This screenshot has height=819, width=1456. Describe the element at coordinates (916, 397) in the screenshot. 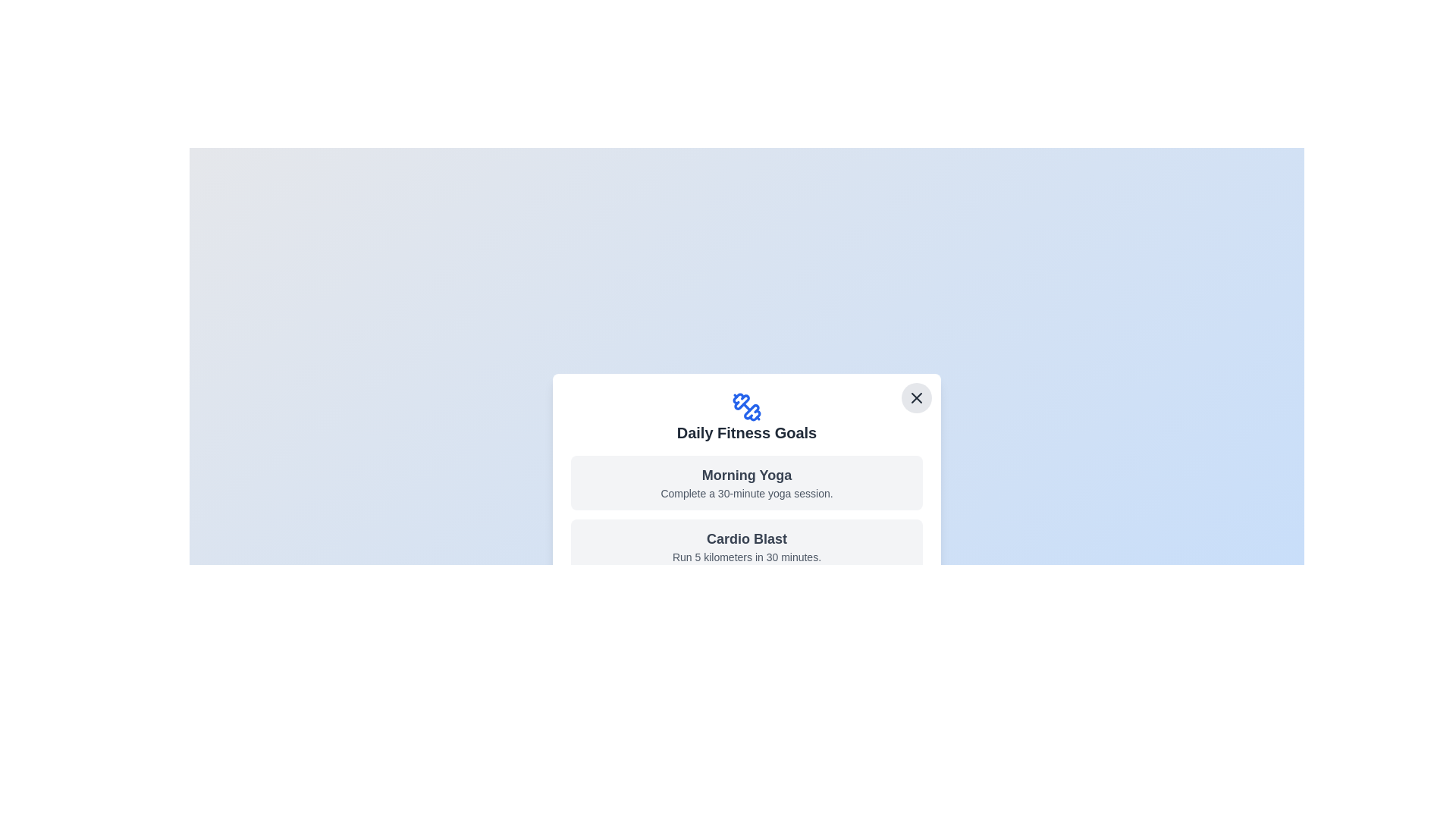

I see `the close icon button located at the top-right corner of the 'Daily Fitness Goals' modal dialog` at that location.